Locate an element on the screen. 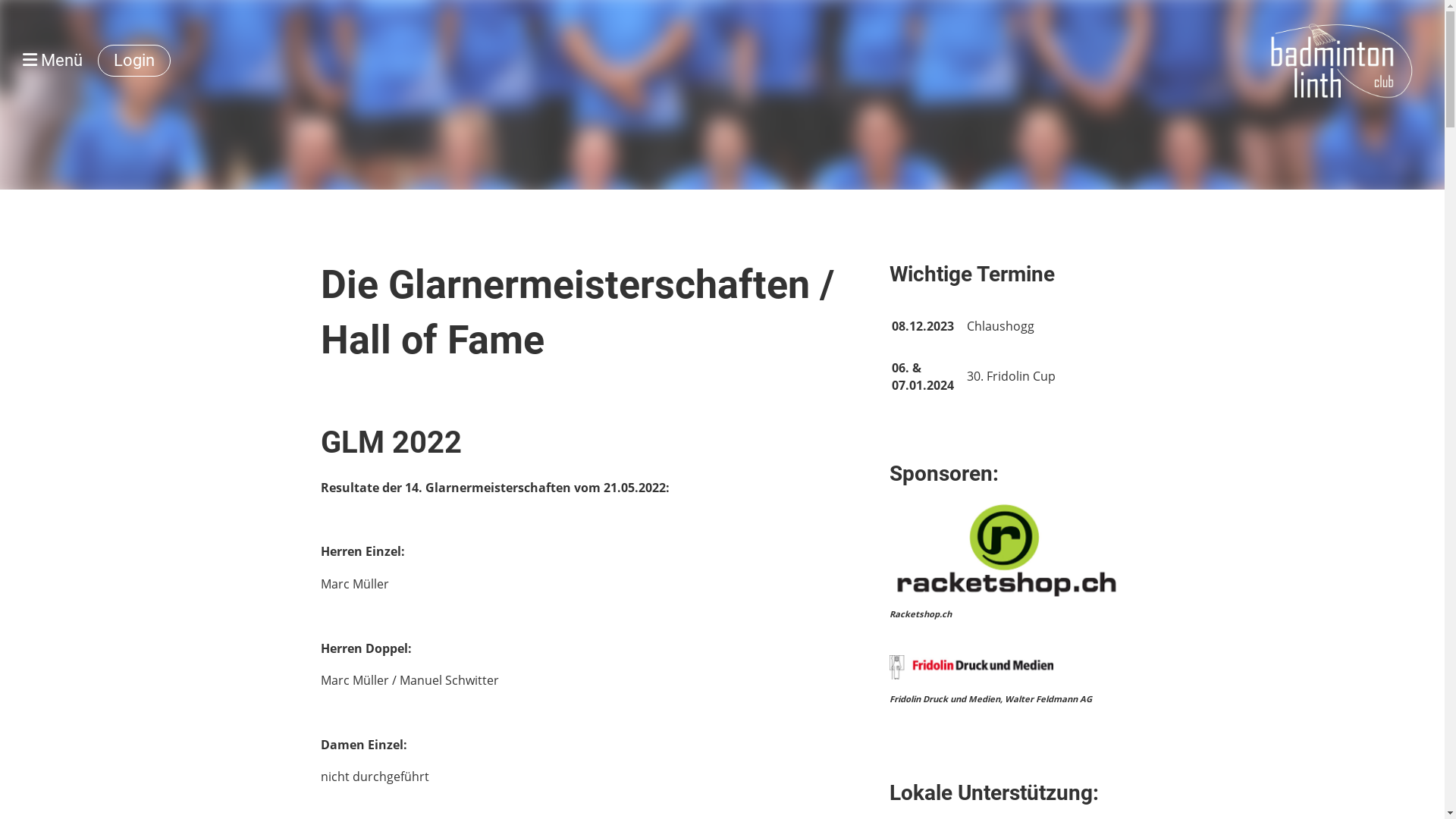 This screenshot has height=819, width=1456. 'Login' is located at coordinates (134, 60).